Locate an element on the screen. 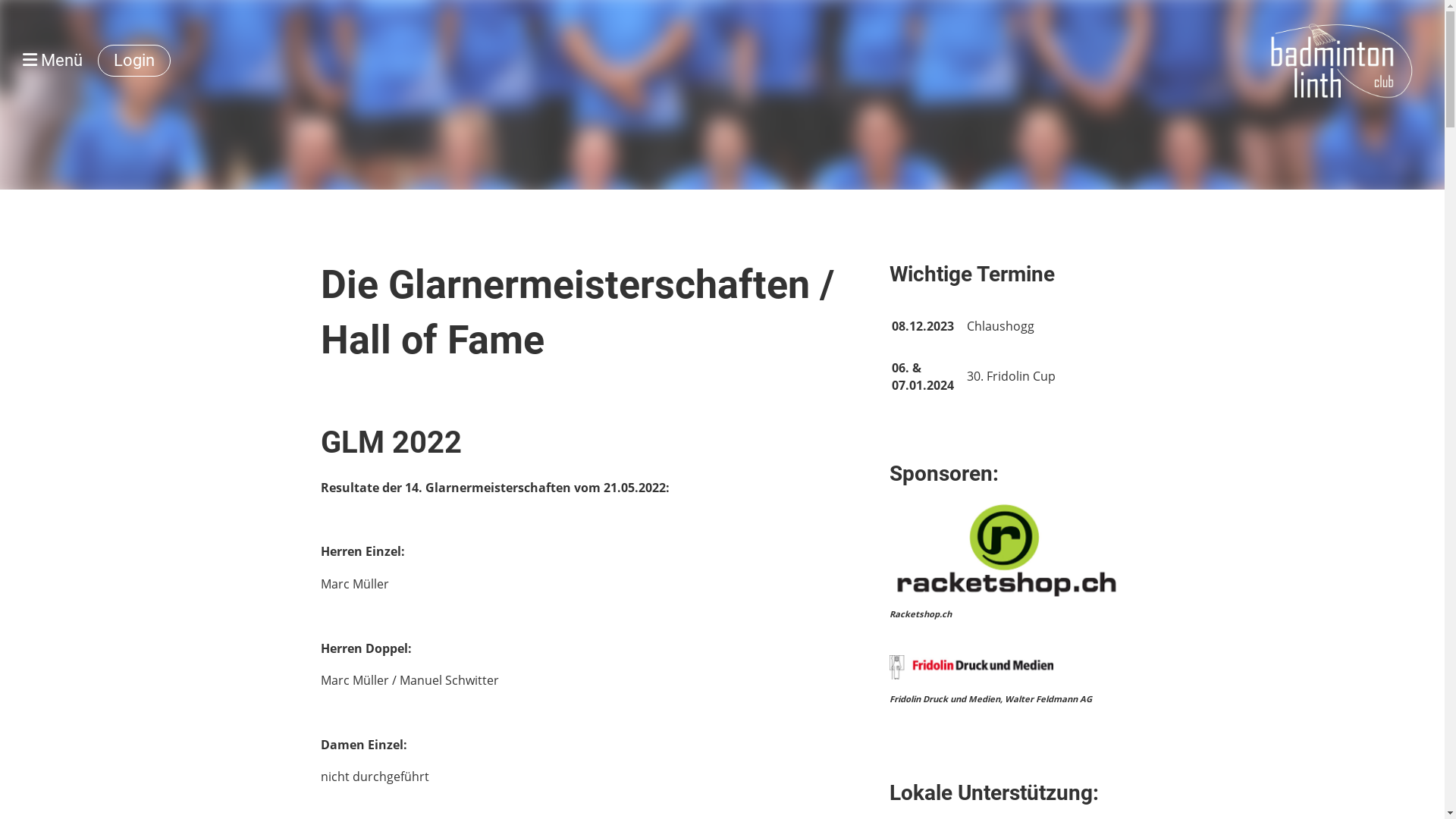 This screenshot has height=819, width=1456. 'Login' is located at coordinates (134, 60).